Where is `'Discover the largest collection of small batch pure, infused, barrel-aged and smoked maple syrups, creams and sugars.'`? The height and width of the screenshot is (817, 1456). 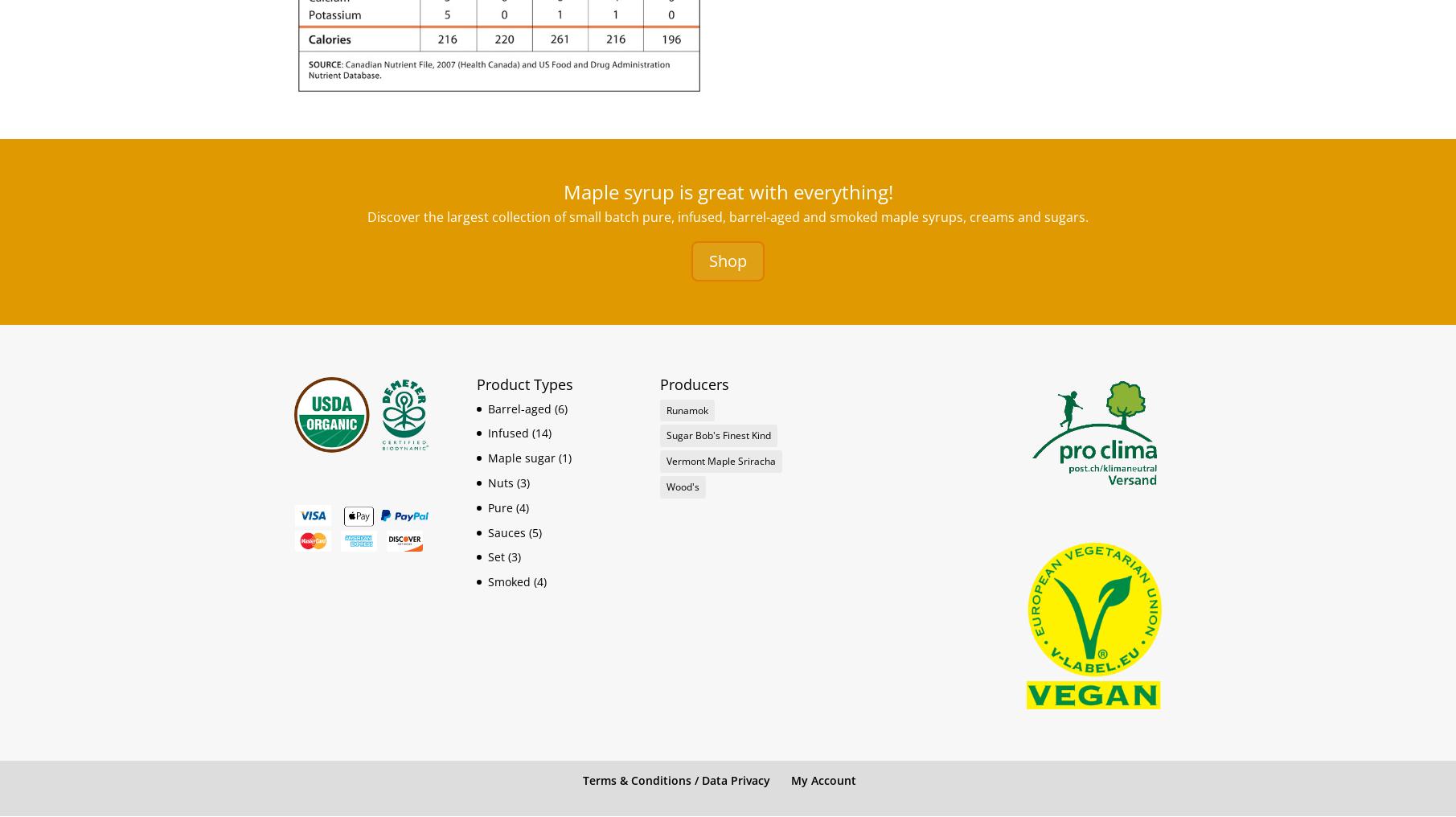 'Discover the largest collection of small batch pure, infused, barrel-aged and smoked maple syrups, creams and sugars.' is located at coordinates (728, 216).